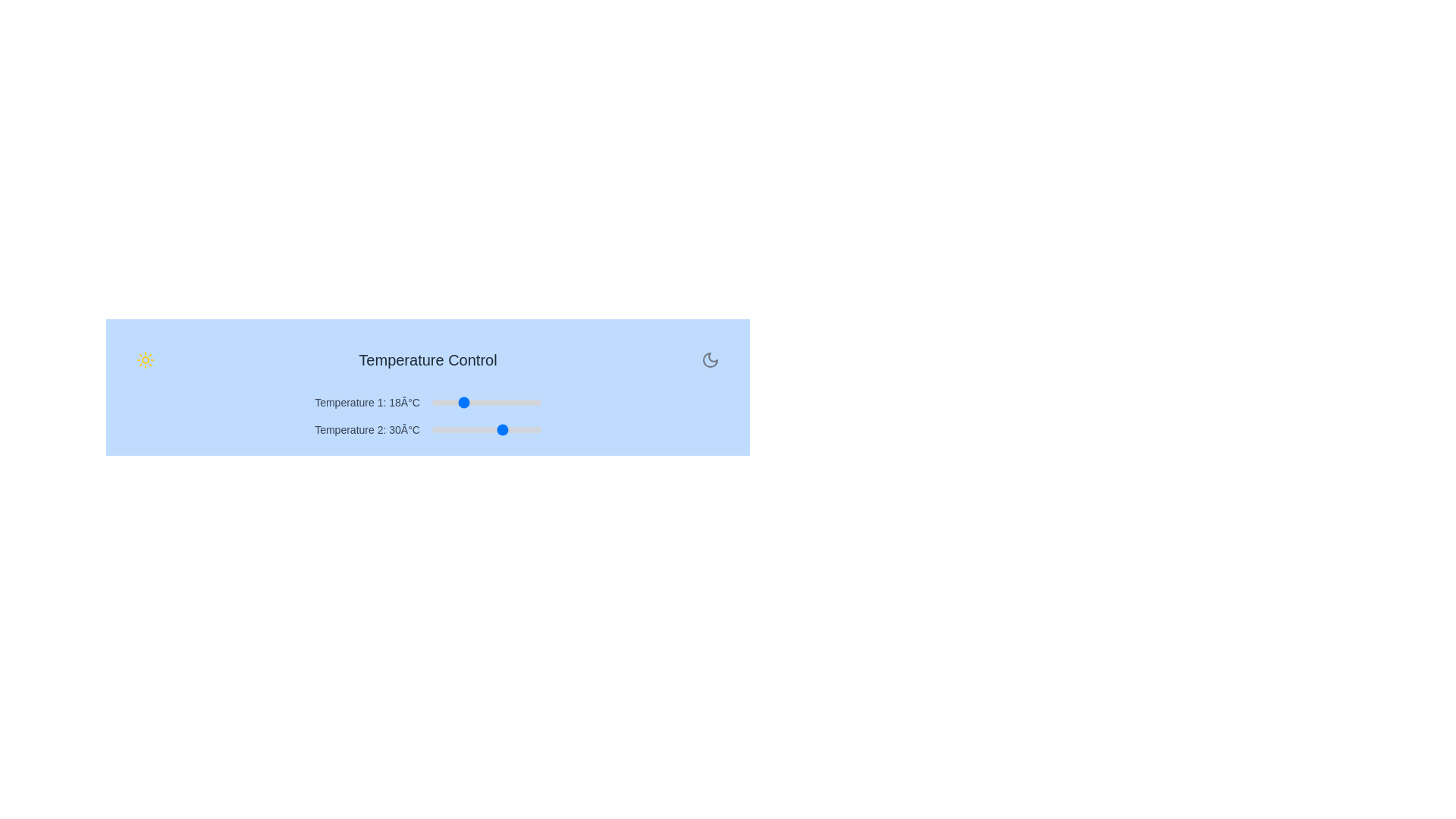 Image resolution: width=1456 pixels, height=819 pixels. Describe the element at coordinates (453, 402) in the screenshot. I see `Temperature 1` at that location.